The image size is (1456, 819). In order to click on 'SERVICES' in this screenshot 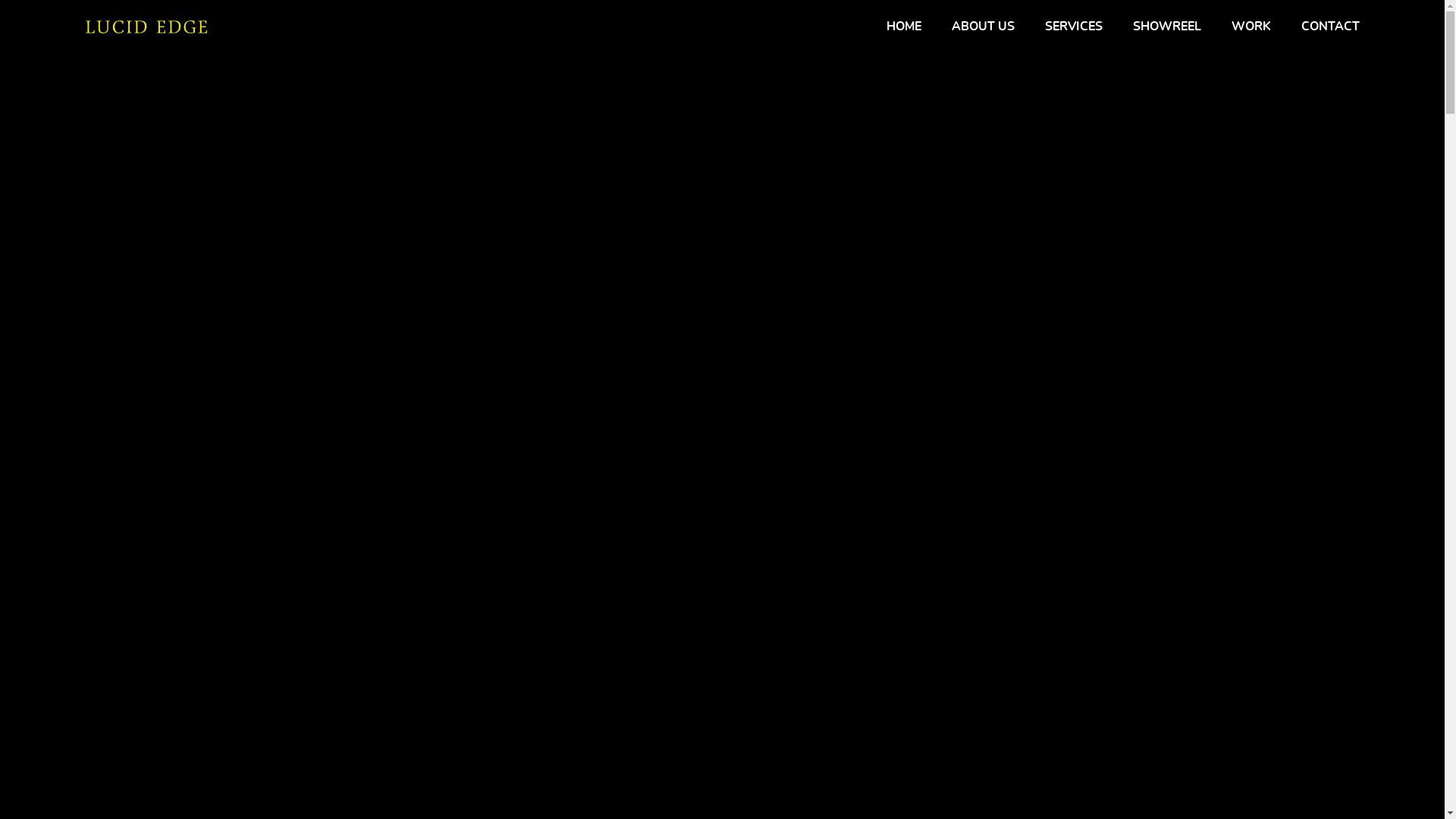, I will do `click(1073, 27)`.